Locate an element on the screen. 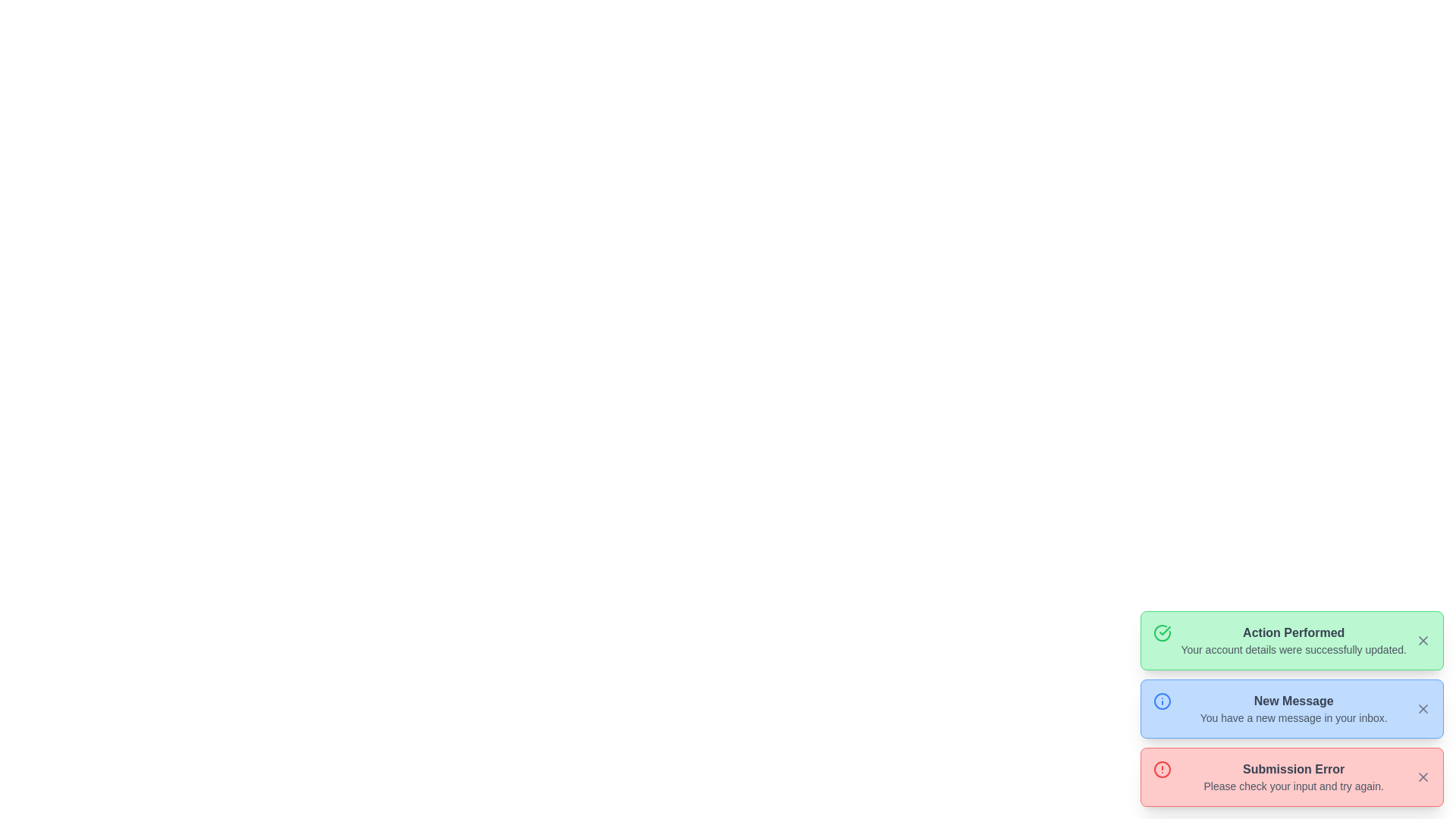 The image size is (1456, 819). the Close button represented by an SVG icon located at the top-right corner of the green notification box labeled 'Action Performed' is located at coordinates (1422, 640).